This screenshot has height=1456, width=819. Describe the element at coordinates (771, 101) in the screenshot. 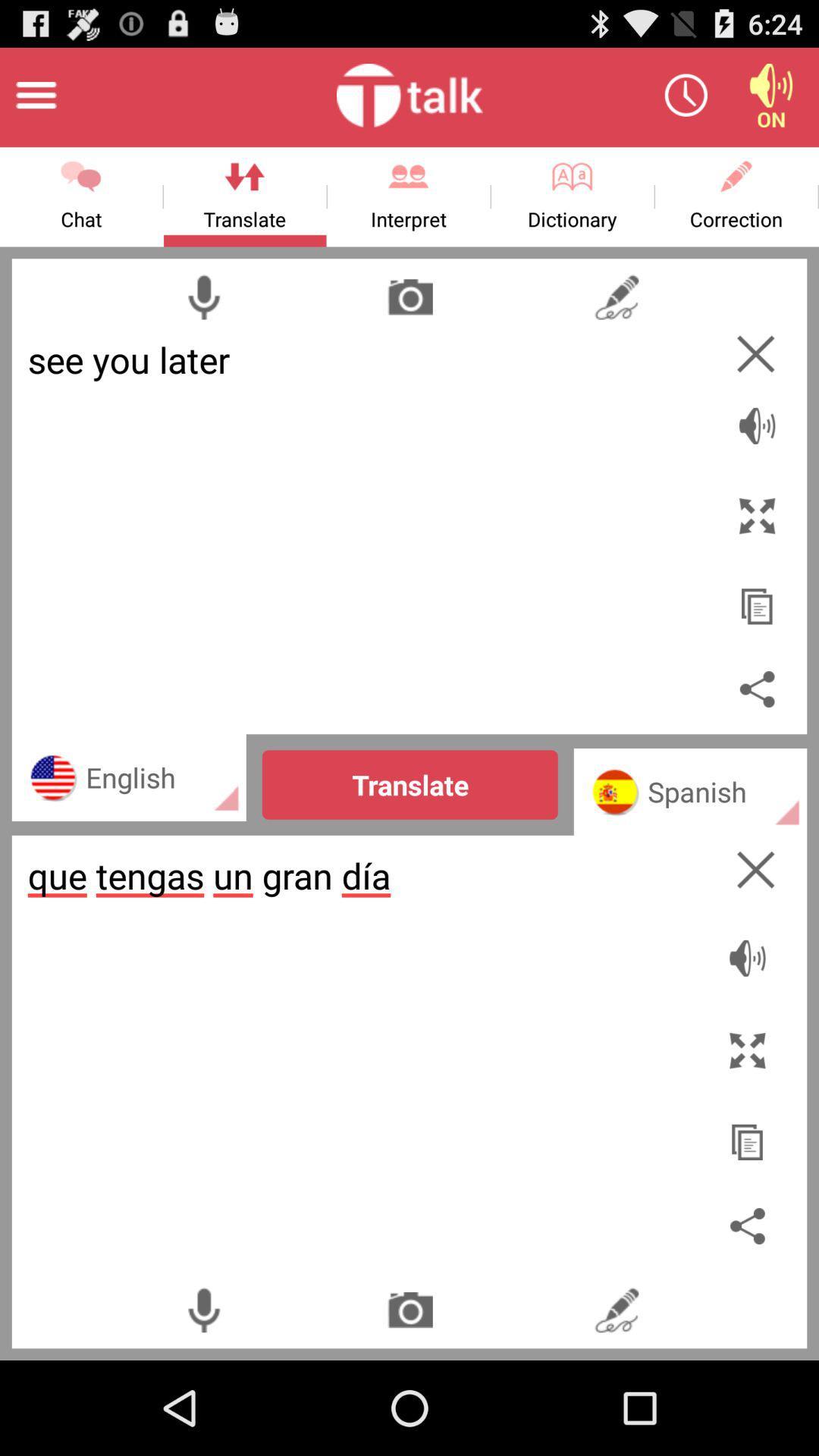

I see `the volume icon` at that location.